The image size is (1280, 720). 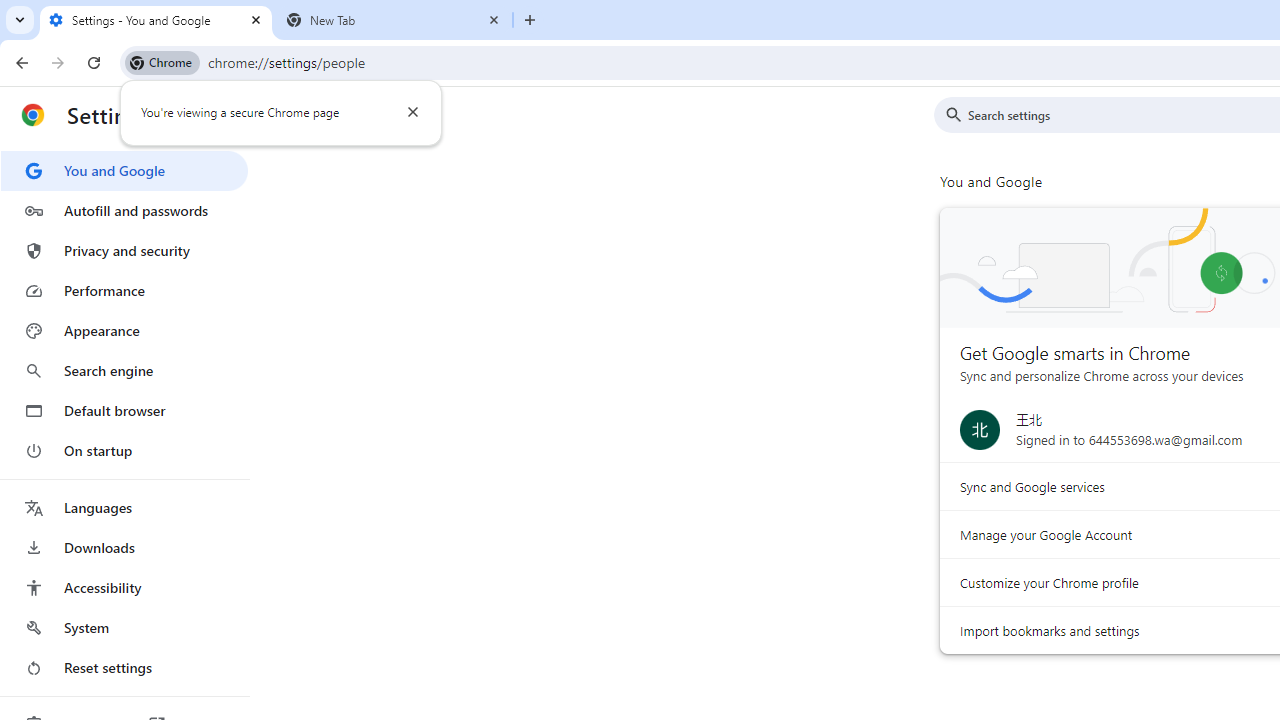 I want to click on 'Accessibility', so click(x=123, y=586).